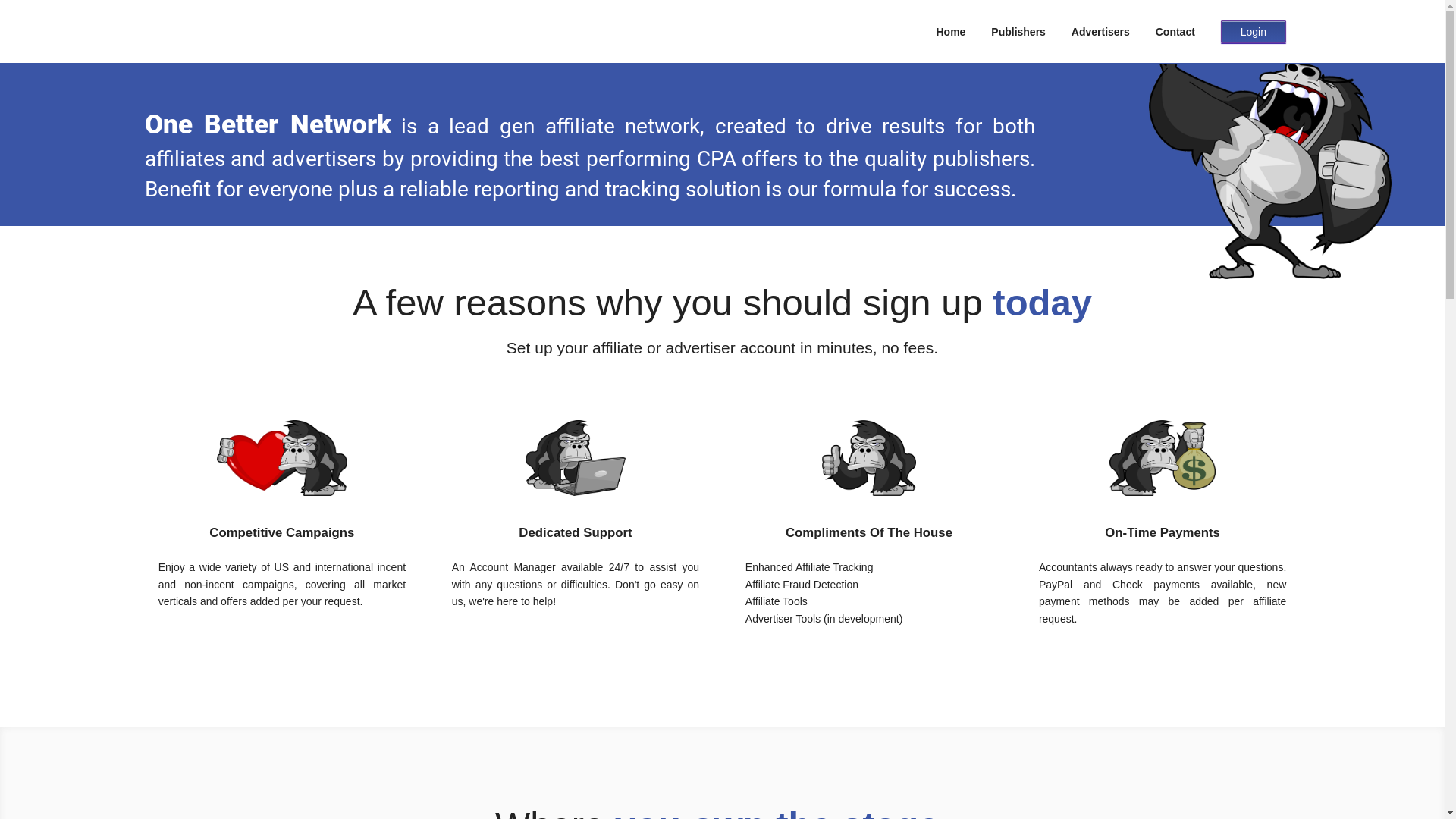 The width and height of the screenshot is (1456, 819). I want to click on 'Home', so click(949, 32).